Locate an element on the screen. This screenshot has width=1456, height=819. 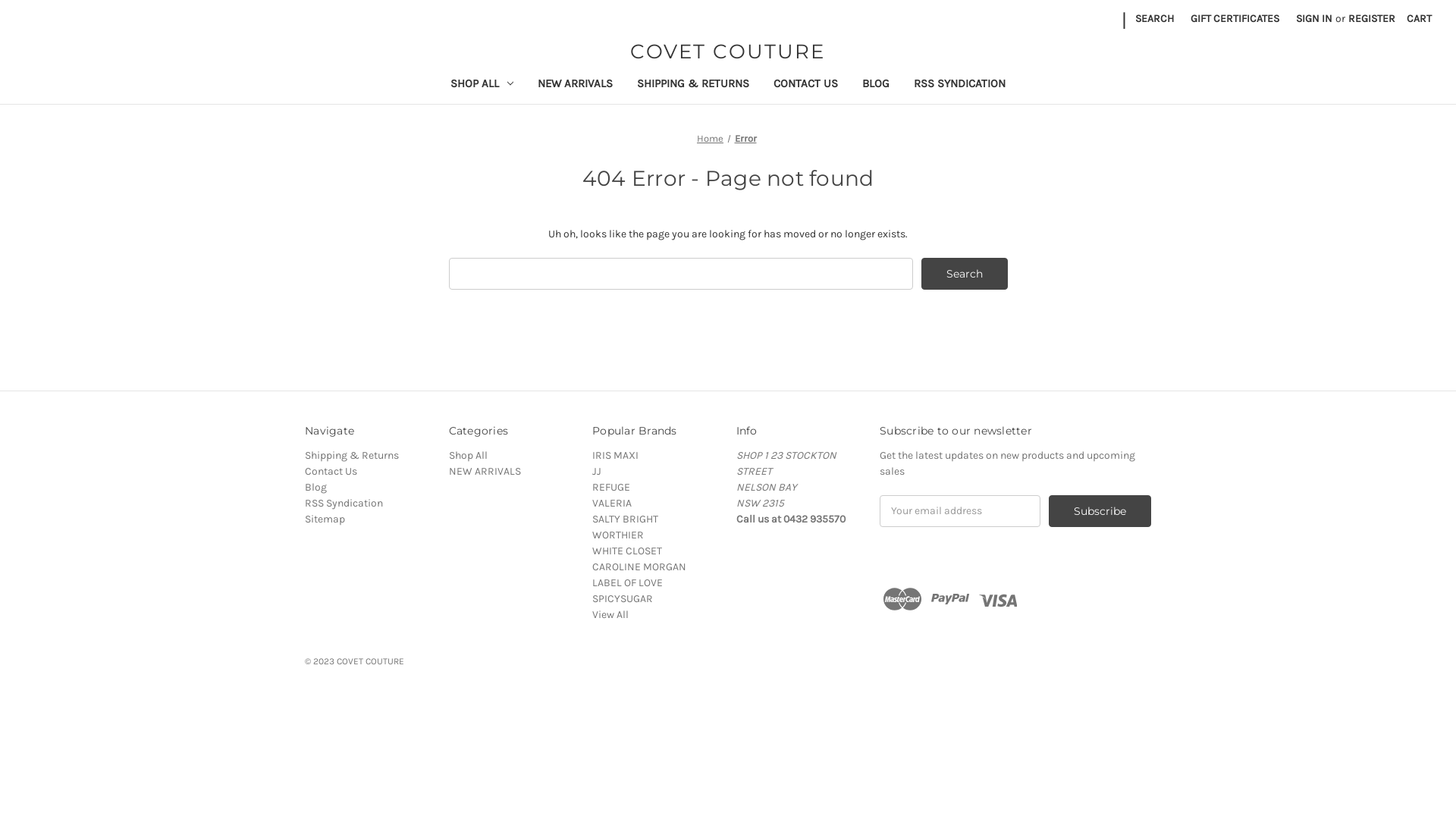
'WHITE CLOSET' is located at coordinates (626, 551).